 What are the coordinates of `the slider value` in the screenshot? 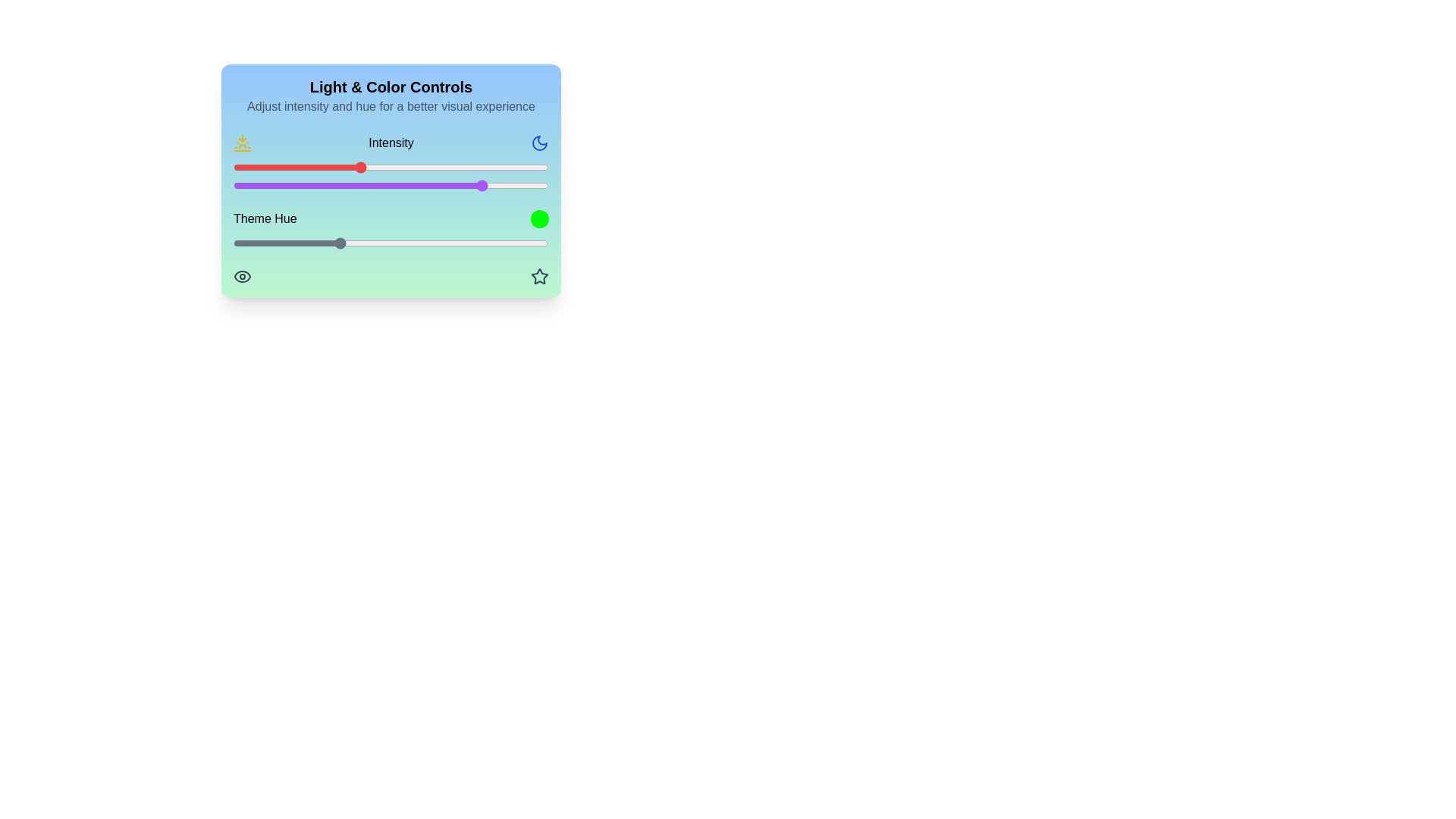 It's located at (475, 242).